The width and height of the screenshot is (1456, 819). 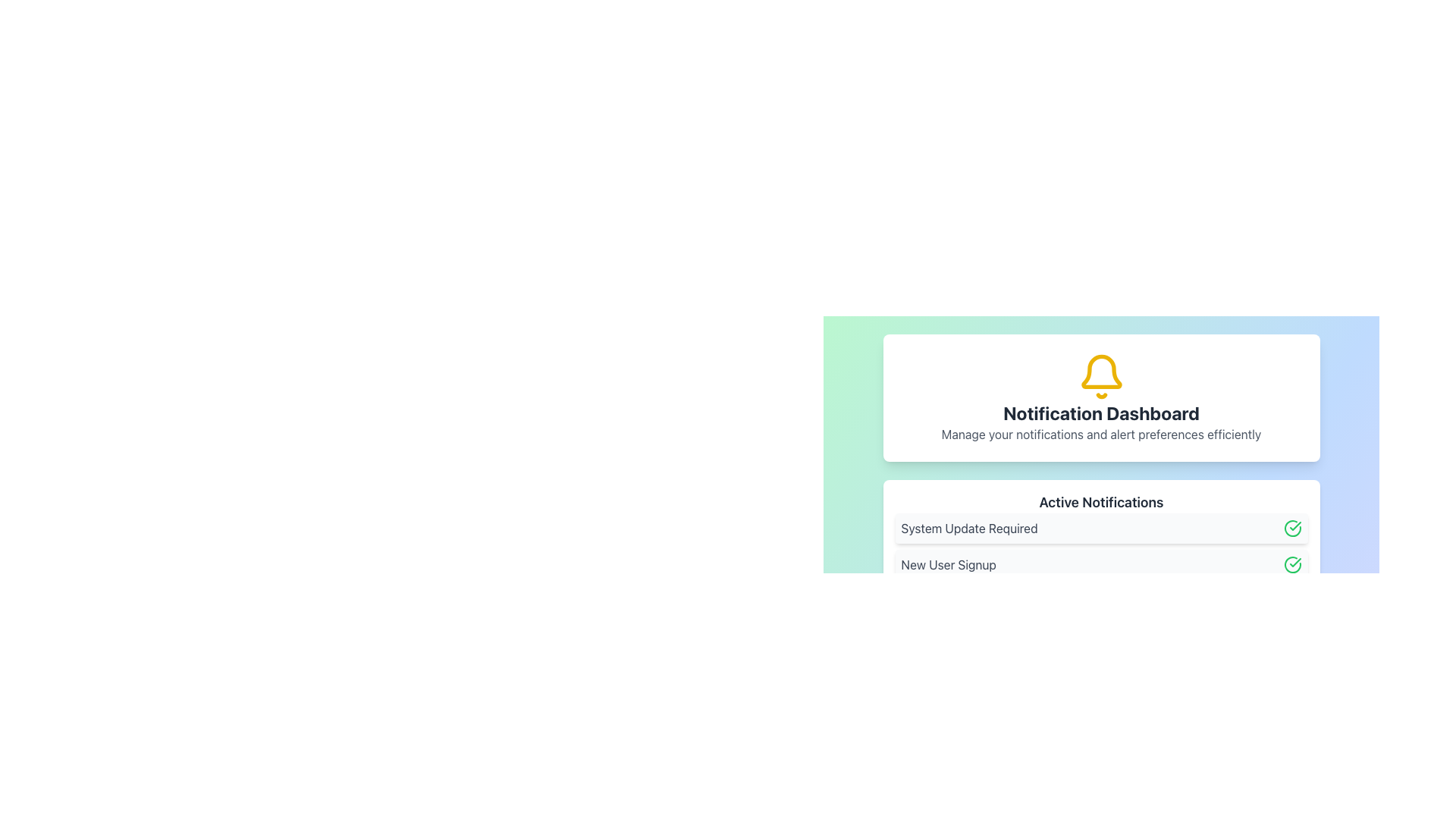 I want to click on the light-themed notification dashboard titled 'Notification Dashboard' which displays a list of notifications including 'System Update Required' and 'New User Signup', so click(x=1101, y=435).